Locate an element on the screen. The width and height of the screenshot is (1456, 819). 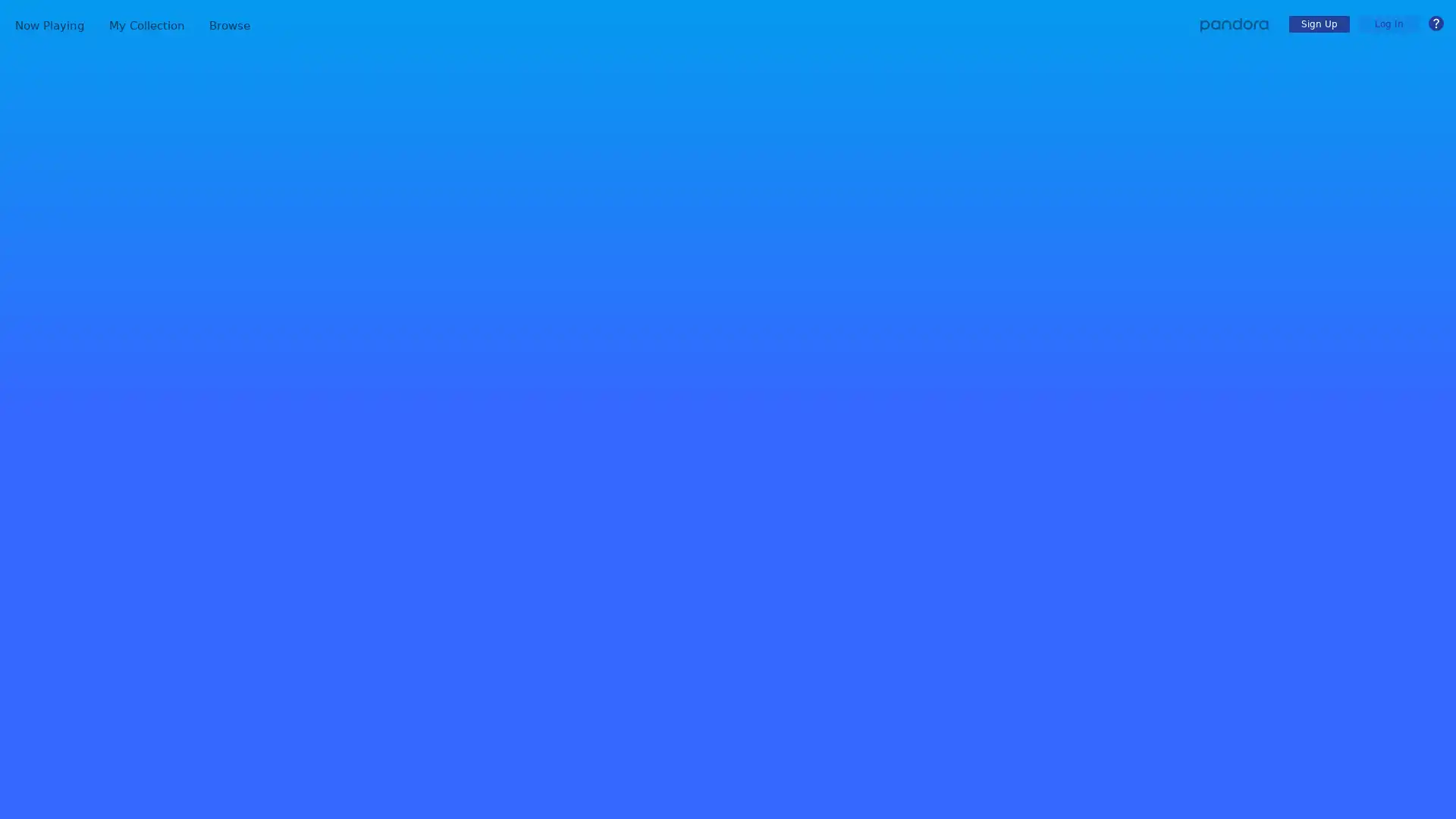
Play Ep. 46 | Microsoft VP Marcus Fontoura on Architecting Azure, the Worlds Computer Ep. 46 | Microsoft VP Marcus Fontoura on Architecting Azure, the Worlds Computer May 24, 2022 44:52 more ... Marcus Fontoura has spent time at many of the worlds leading technology companies including IBM Research, Yahoo, Google, and Microsoft. In this episode of Moores Lobby, Daniel goes on a deep dive with Marcus into Microsofts cloud computing platform, Azure. In this episode, they discuss the hardware, software, and infrastructure behind what Marcus considers to be the worlds computer. By effectively integrating both hardware and software, they are enabling other engineers and technologists to do the science fiction work that they dream of doing. Fontouras passion for his work comes through in this lively discussion and in his goals to create technology to make our lives better. Reflecting on the immense challenges that occurred during Covid when internet traffic spiked, Fontoura considered it one of his proudest moments:" This became a very challenging couple of months as we had to manage the capacity. But you know, for me it was super exciting because this was putting to the test everything that I'm talking to you about. We really have this deep knowledge of the workloads that we are running on Azure. We know how to manage, we know how to manage power efficiently...we coped brilliantly. Did you know that overclocking CPUs isnt just for gamers, but is used in Azure data centers? Fontoura explains how selective overclocking actually improves efficiency. Well bet you cant guess what intense computing applications demand this overclocking! But, it will make perfect sense after you hear his explanation. The episode touches on many other fascinating topics including: Ambient intelligence that will make our lives better, without being creepy Our most efficient data centers are... sorry, you will have to listen to hear Fontoura finish this statement! Democratizing high-performance computing Immersion cooling How the combination of edge and cloud is a beautiful vision Fontouras view on the skills that the next generation of technologists will need to succeed Tune in and let us know your thoughts from the episode on Moores Lobby Linkedin or Facebook pages. is located at coordinates (974, 523).